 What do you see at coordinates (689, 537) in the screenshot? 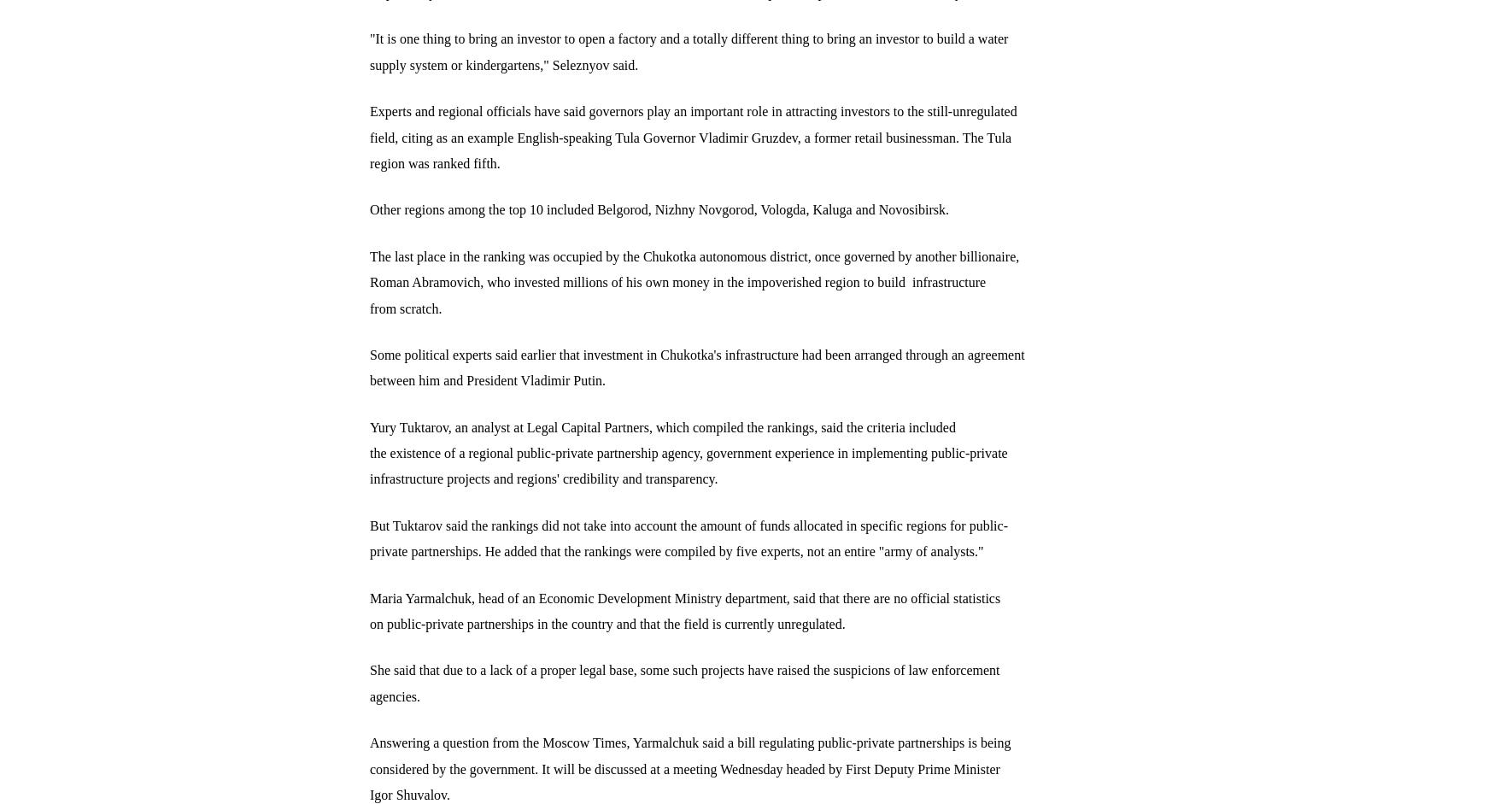
I see `'But Tuktarov said the rankings did not take into account the amount of funds allocated in specific regions for public-private partnerships. He added that the rankings were compiled by five experts, not an entire "army of analysts."'` at bounding box center [689, 537].